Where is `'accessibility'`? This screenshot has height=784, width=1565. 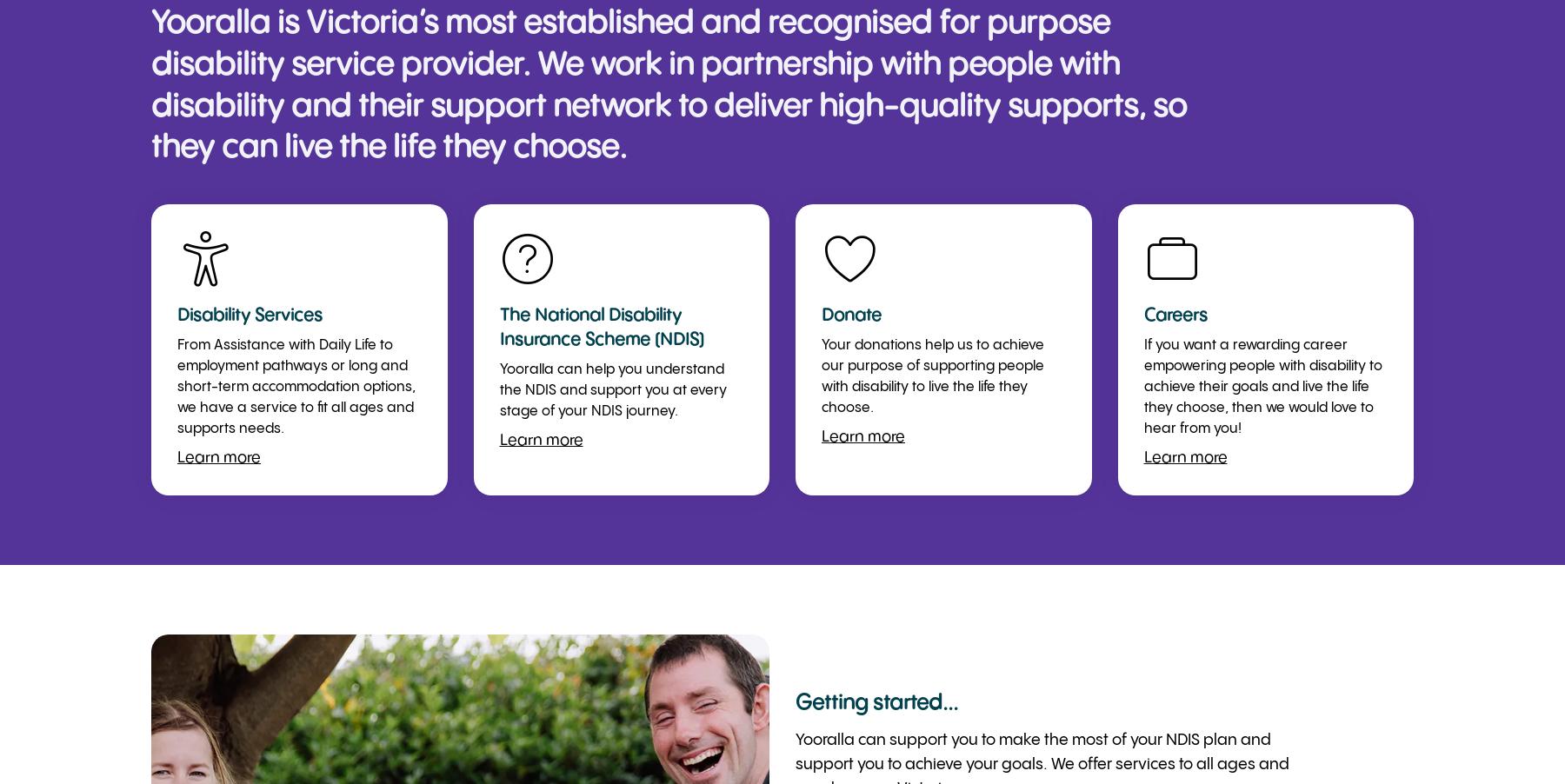
'accessibility' is located at coordinates (204, 258).